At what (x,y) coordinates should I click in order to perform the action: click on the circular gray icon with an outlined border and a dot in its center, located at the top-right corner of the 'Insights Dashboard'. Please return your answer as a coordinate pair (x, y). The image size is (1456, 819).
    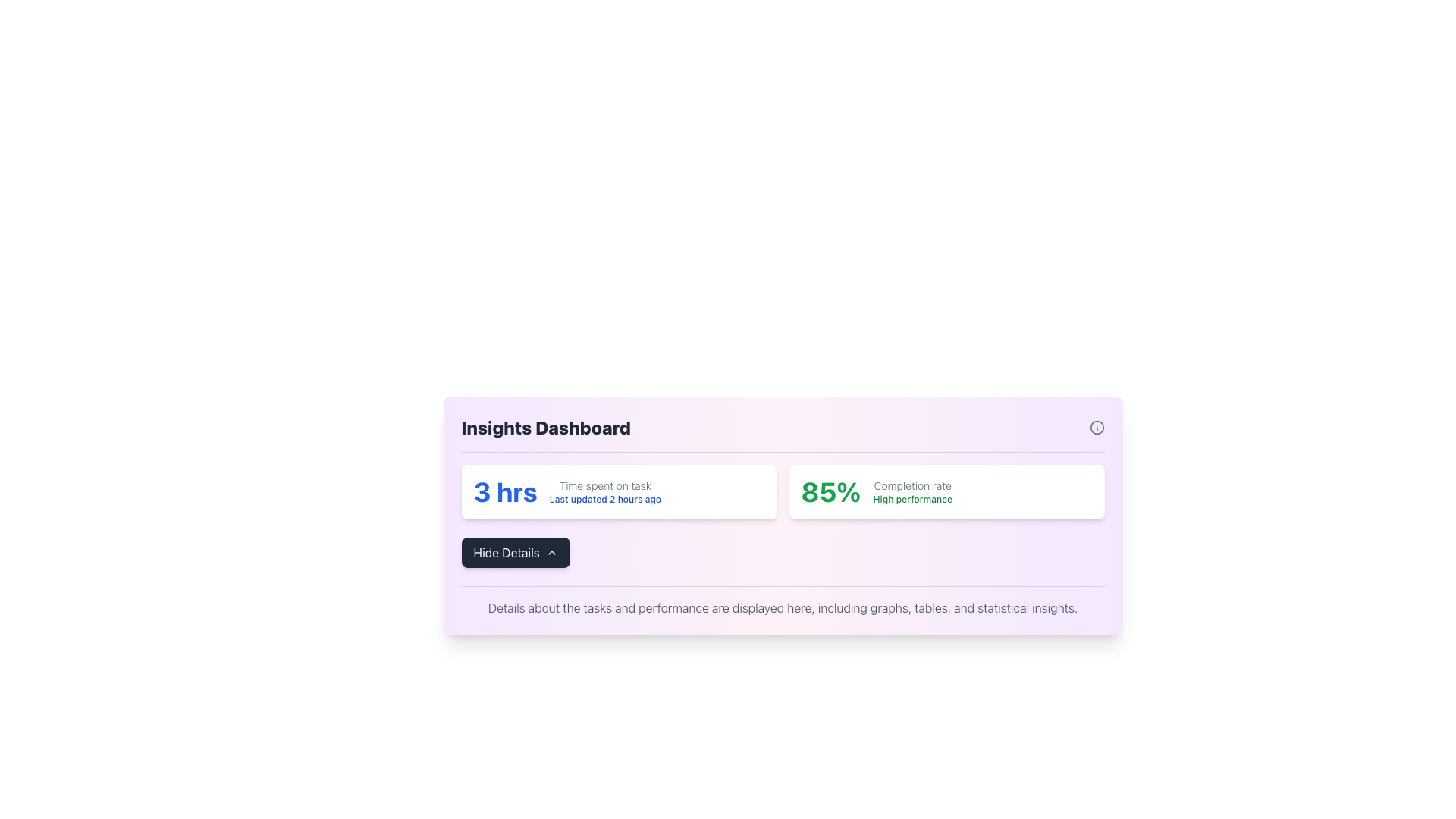
    Looking at the image, I should click on (1097, 427).